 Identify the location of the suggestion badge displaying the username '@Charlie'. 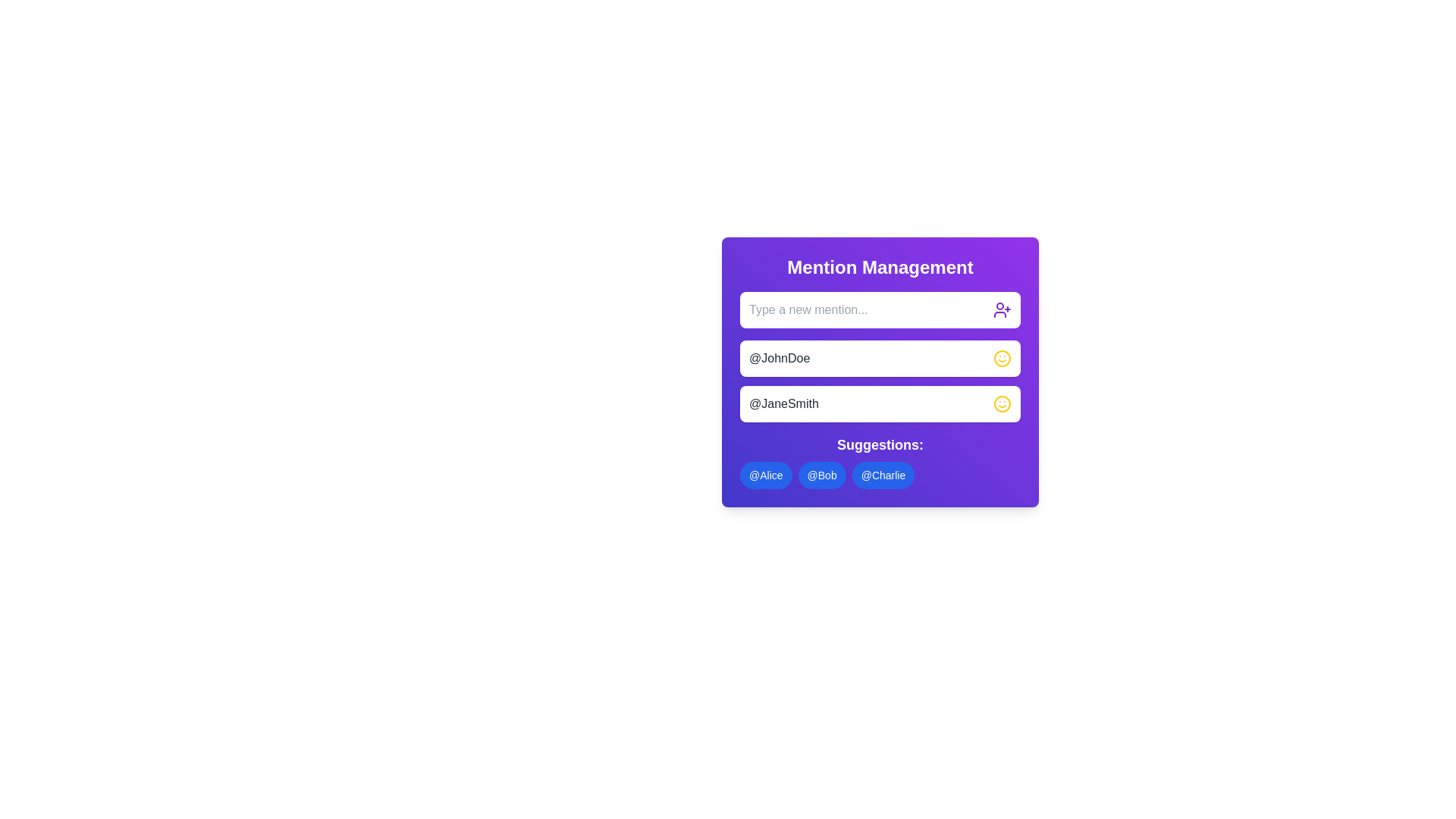
(880, 475).